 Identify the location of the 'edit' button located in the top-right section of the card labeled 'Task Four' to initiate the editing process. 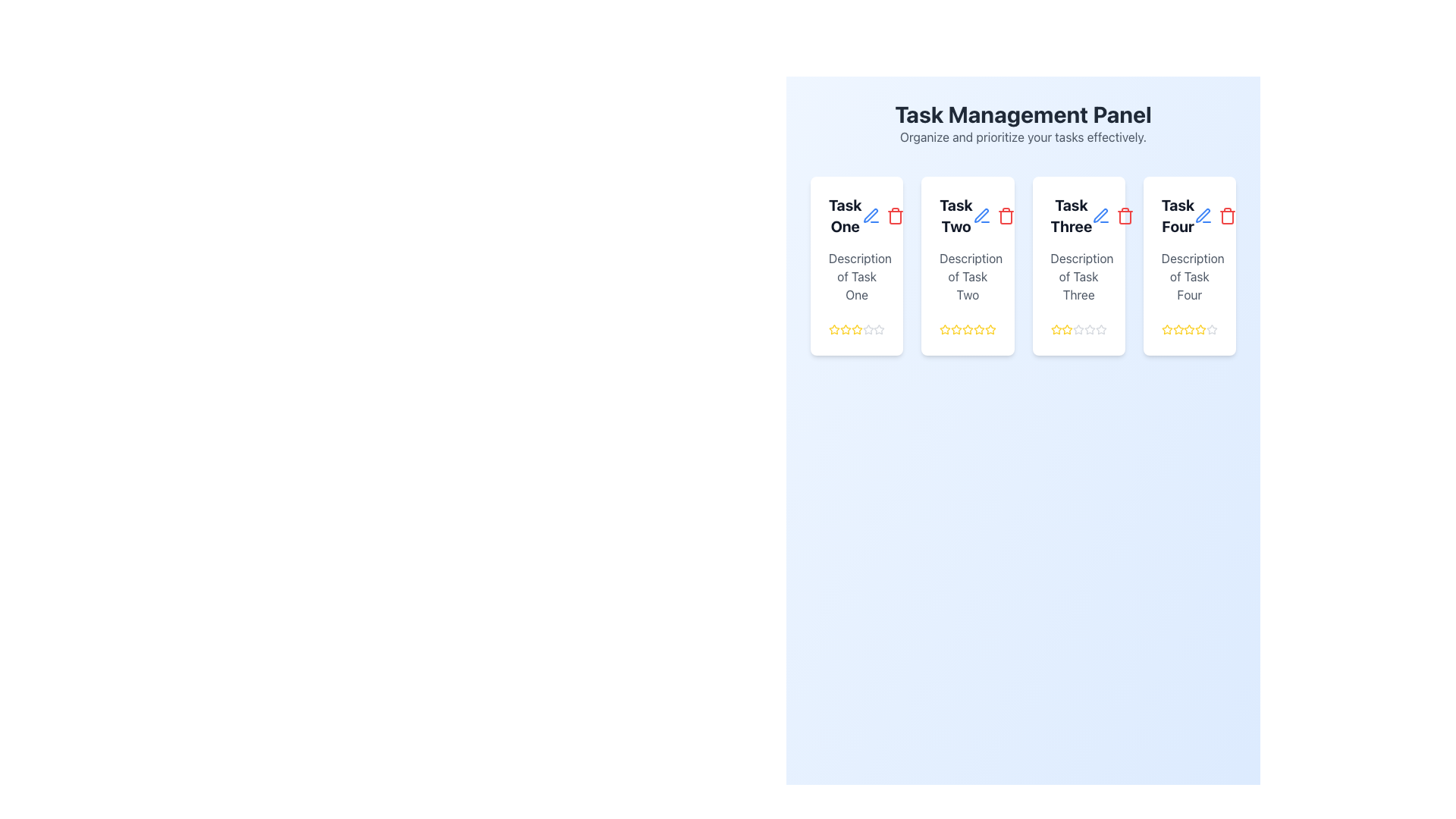
(1203, 216).